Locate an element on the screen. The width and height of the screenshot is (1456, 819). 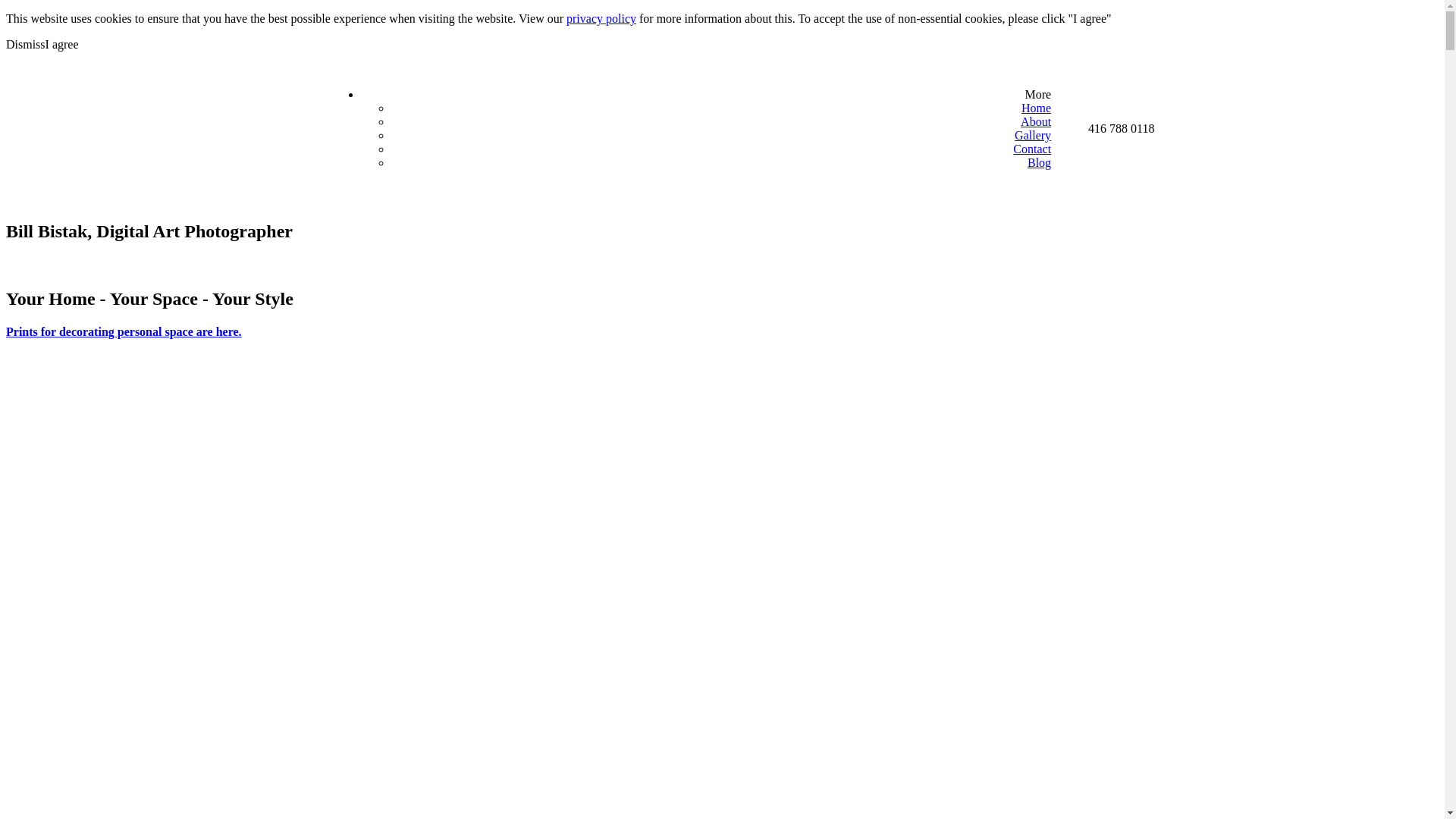
'privacy policy' is located at coordinates (600, 18).